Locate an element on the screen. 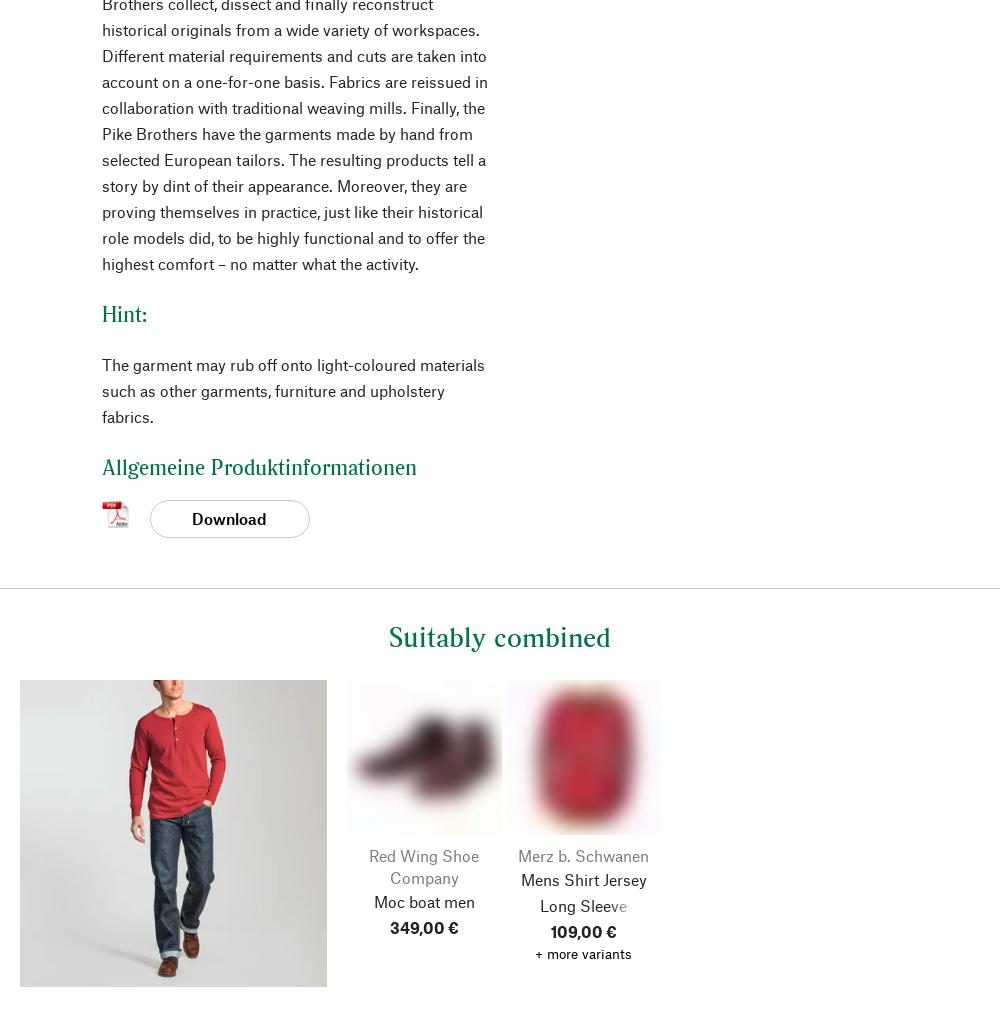  'Moc boat men' is located at coordinates (423, 900).